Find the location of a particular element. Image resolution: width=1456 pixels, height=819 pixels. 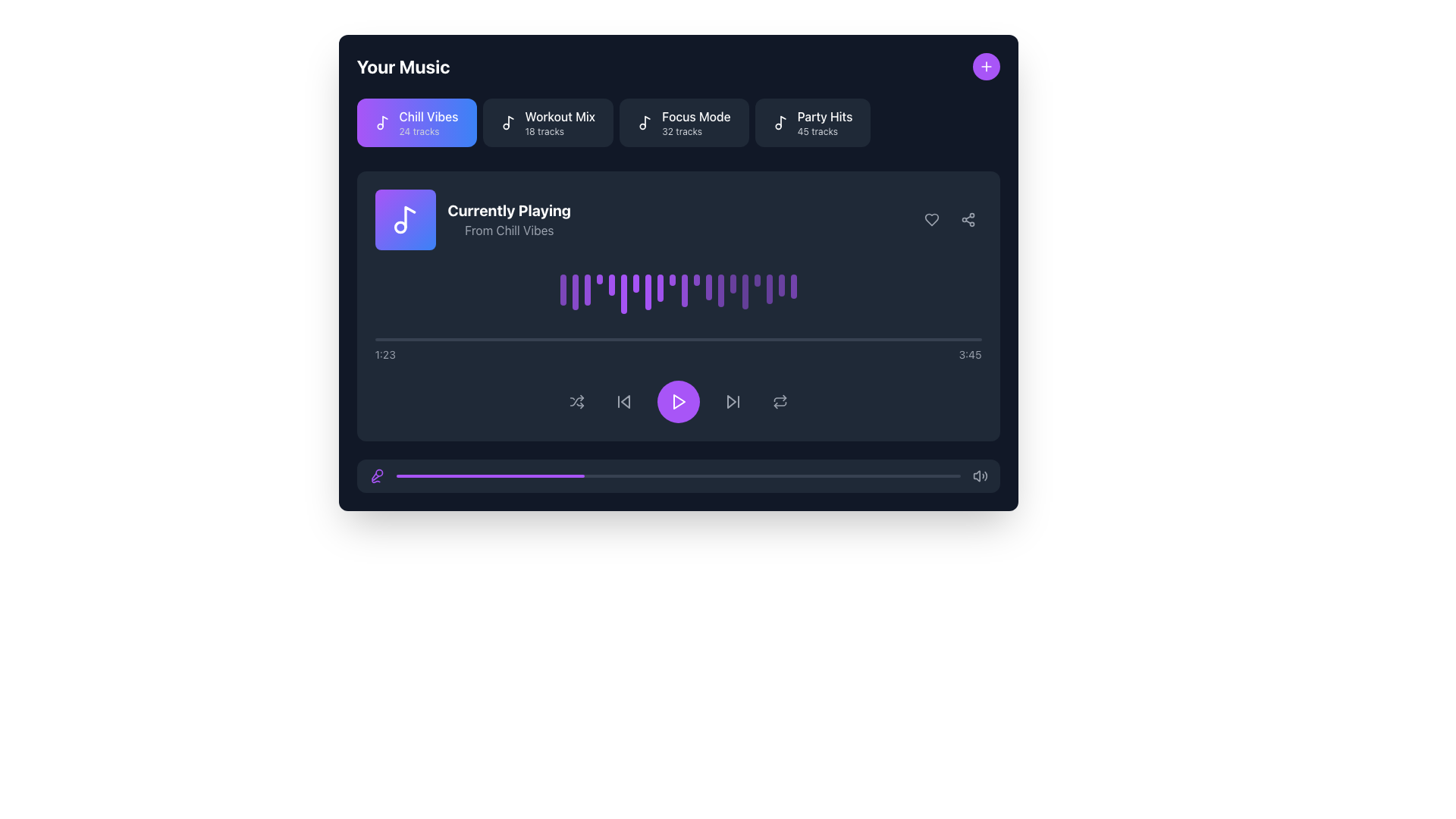

the circular element that is part of the musical note icon, located at the lower part of the note is located at coordinates (400, 227).